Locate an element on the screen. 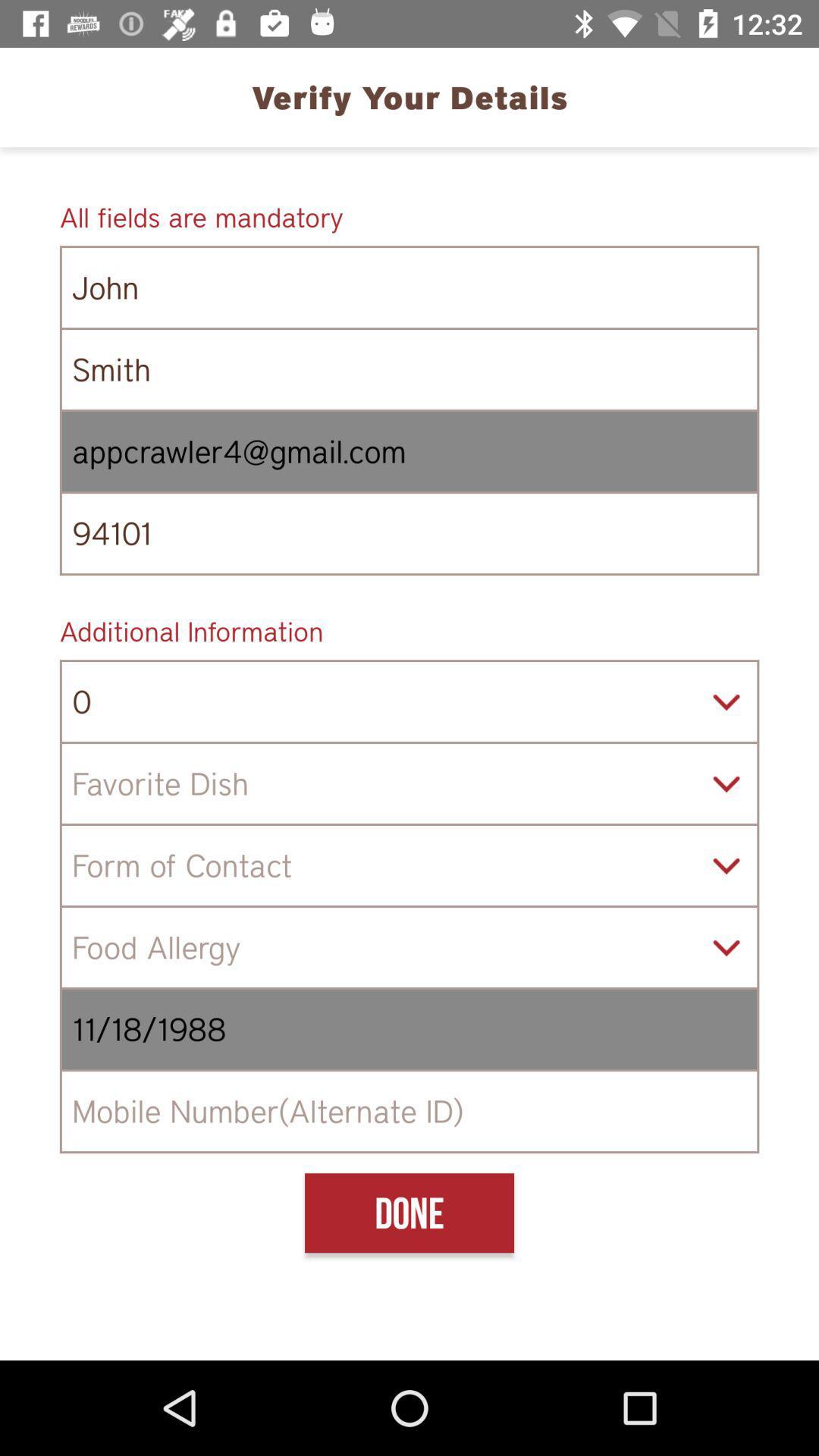  the done is located at coordinates (409, 1212).